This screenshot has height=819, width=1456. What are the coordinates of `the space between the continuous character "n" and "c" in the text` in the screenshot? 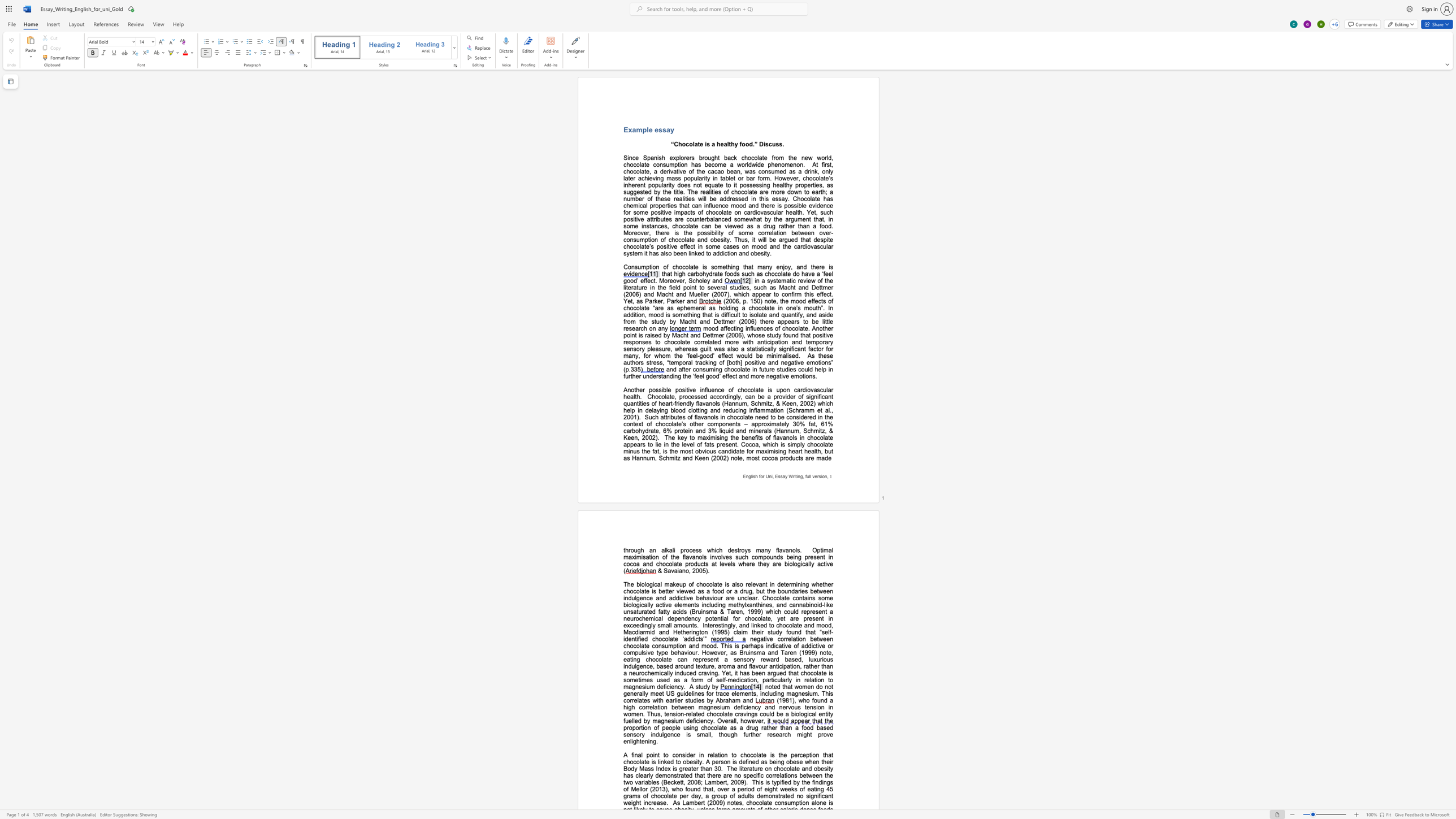 It's located at (826, 205).